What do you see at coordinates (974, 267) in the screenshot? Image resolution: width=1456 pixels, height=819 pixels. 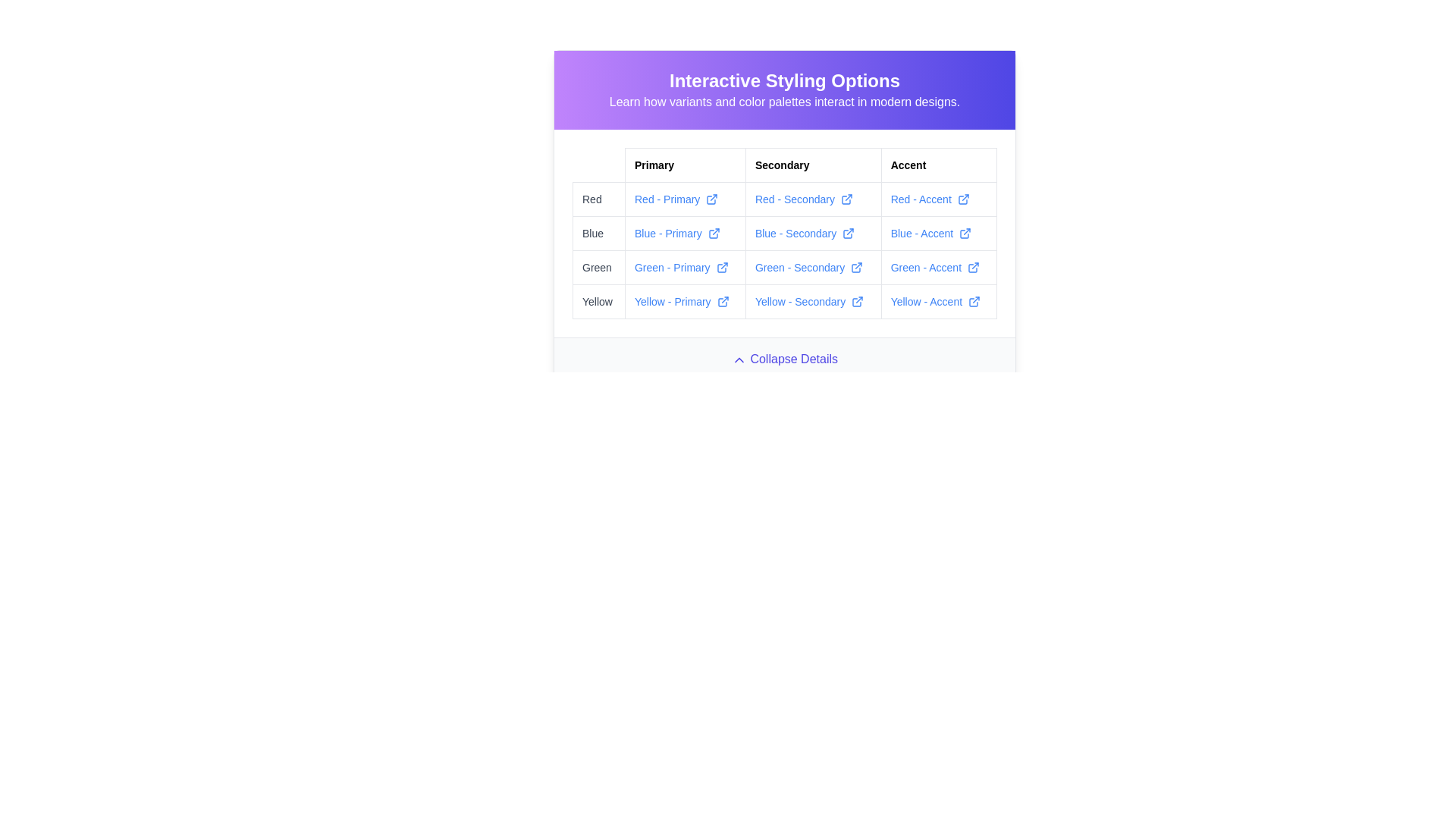 I see `the external link icon located in the 'Accent' column of the table row corresponding to the 'Green - Accent' entry` at bounding box center [974, 267].